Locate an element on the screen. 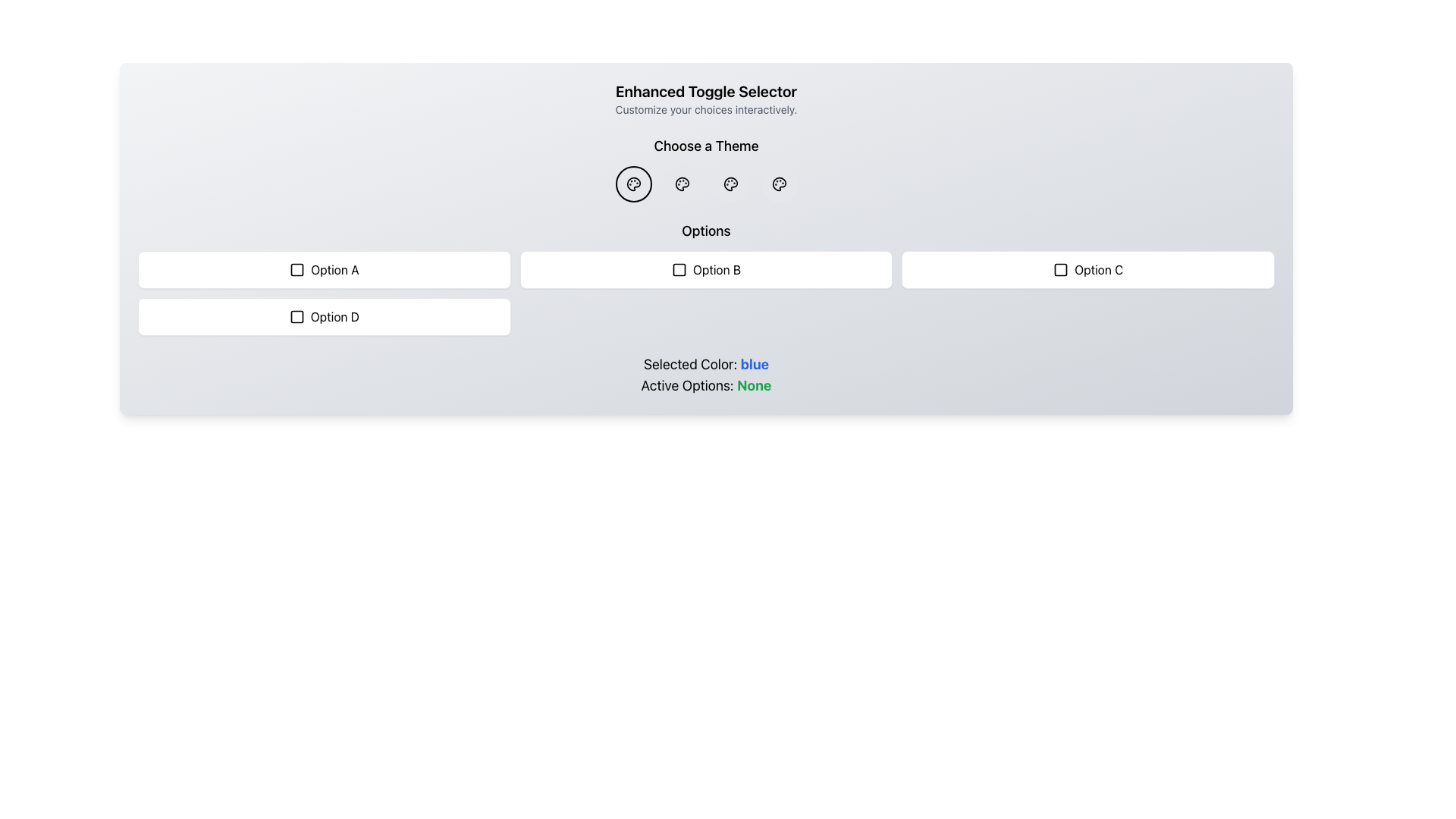 This screenshot has height=819, width=1456. the text label for 'Option B' which serves as a description for the accompanying checkbox is located at coordinates (716, 268).